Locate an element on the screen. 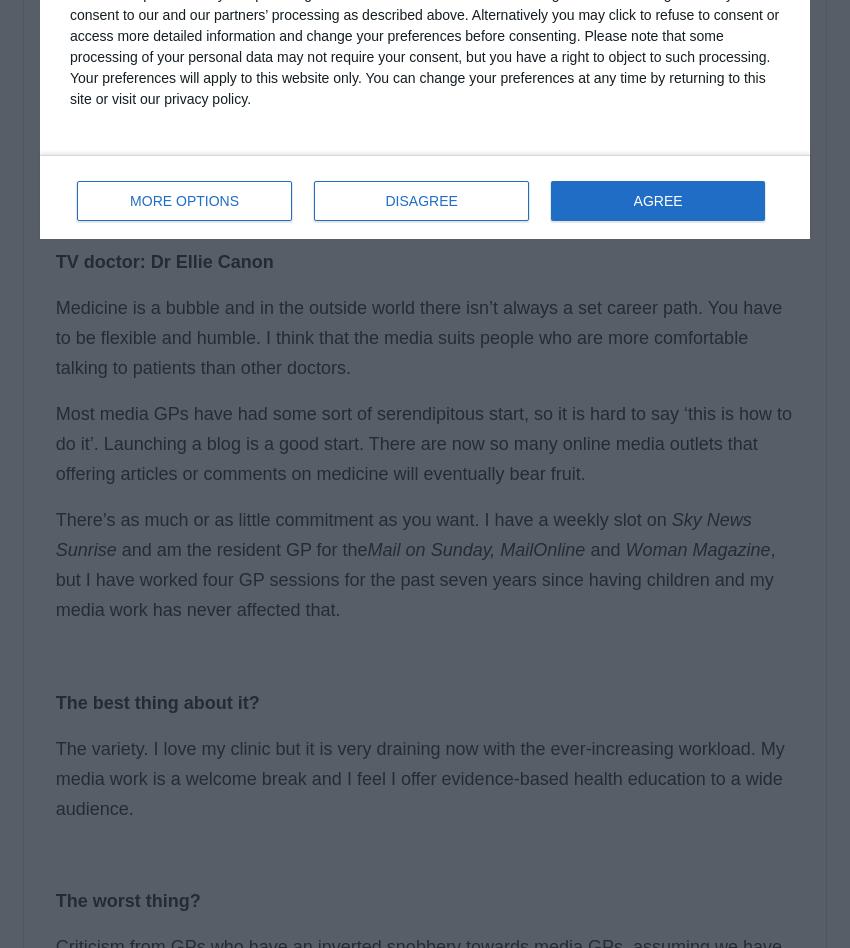  'and am the resident GP for the' is located at coordinates (241, 550).